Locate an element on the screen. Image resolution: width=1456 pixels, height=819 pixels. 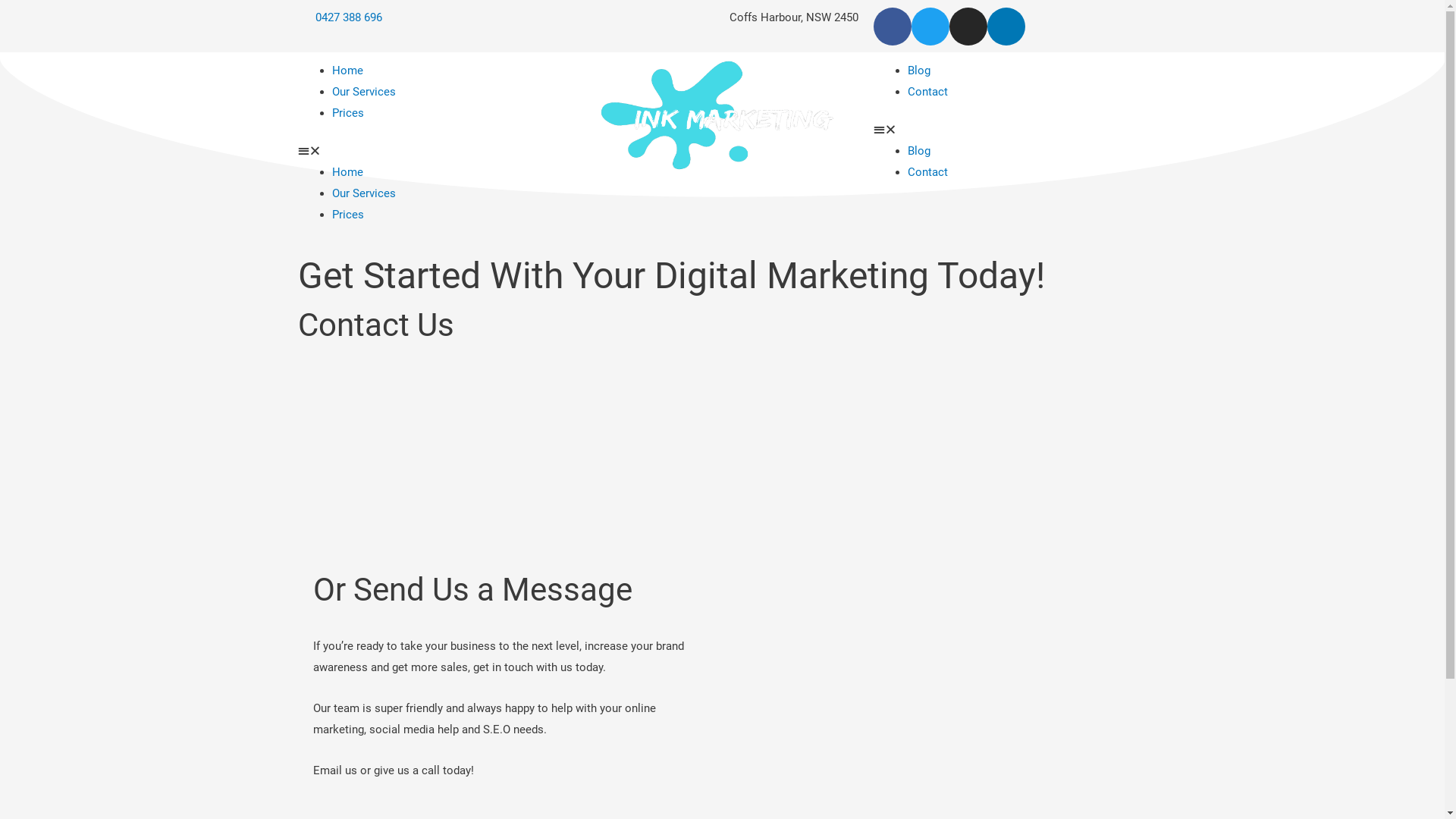
'Home' is located at coordinates (347, 171).